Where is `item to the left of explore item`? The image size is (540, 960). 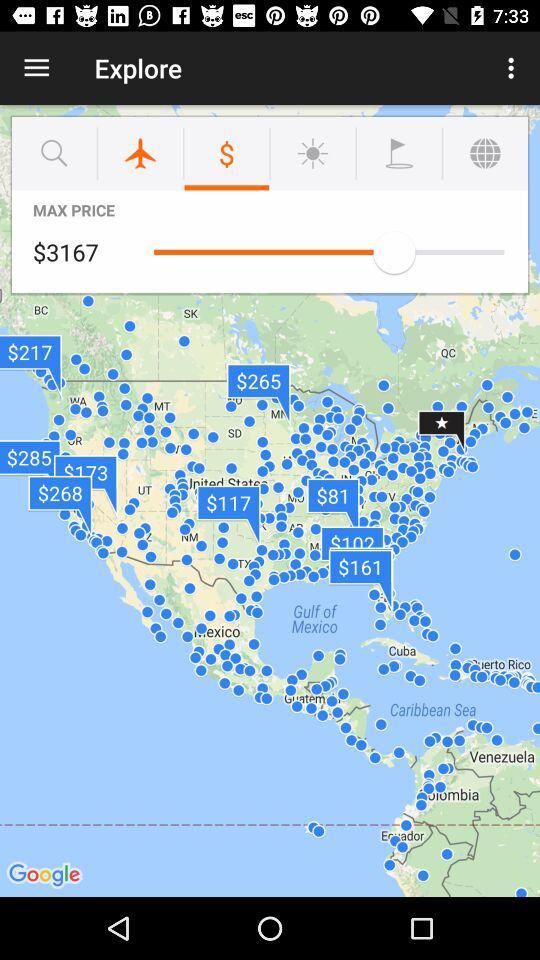
item to the left of explore item is located at coordinates (36, 68).